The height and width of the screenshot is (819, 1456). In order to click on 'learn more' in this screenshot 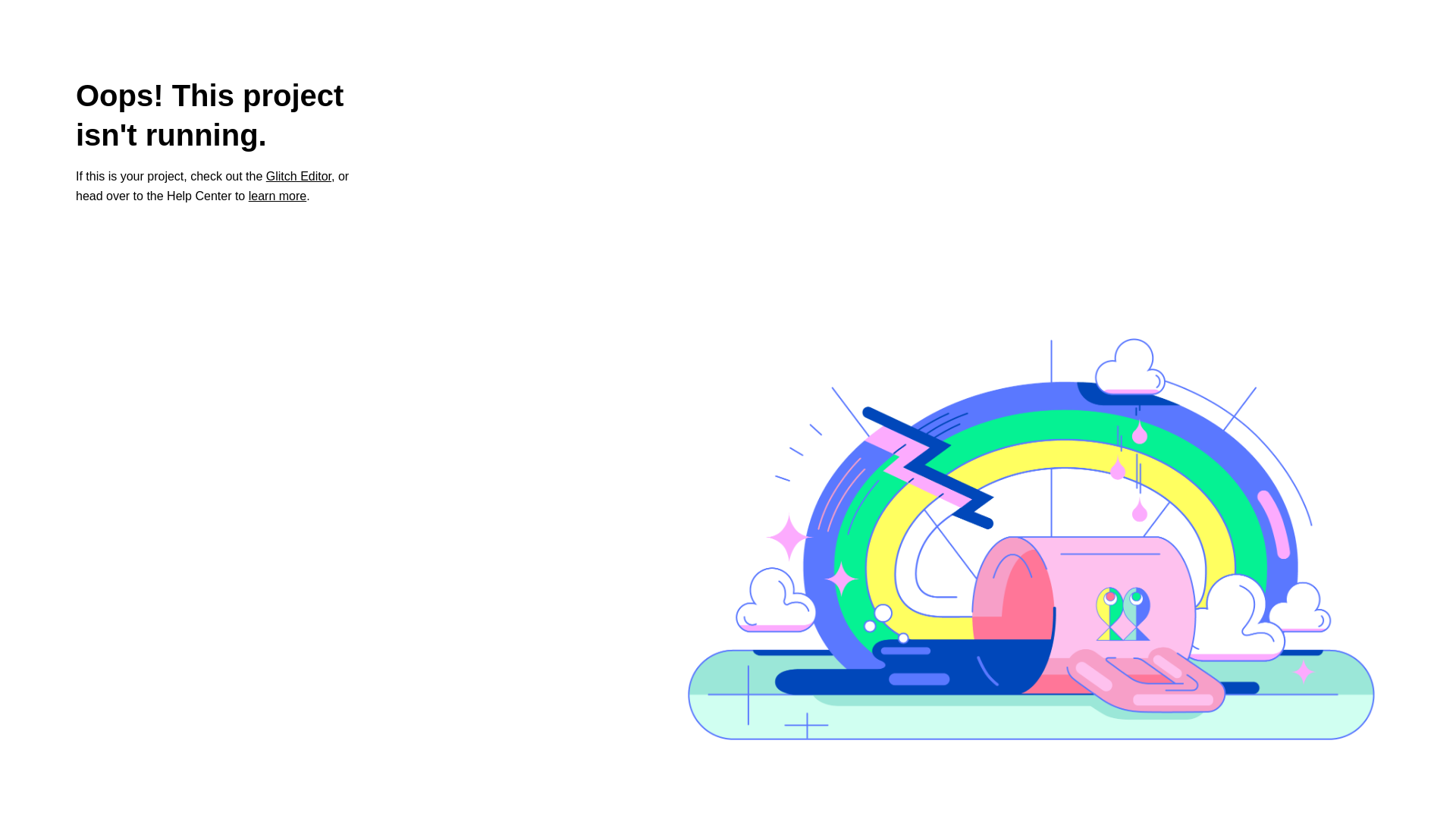, I will do `click(277, 195)`.